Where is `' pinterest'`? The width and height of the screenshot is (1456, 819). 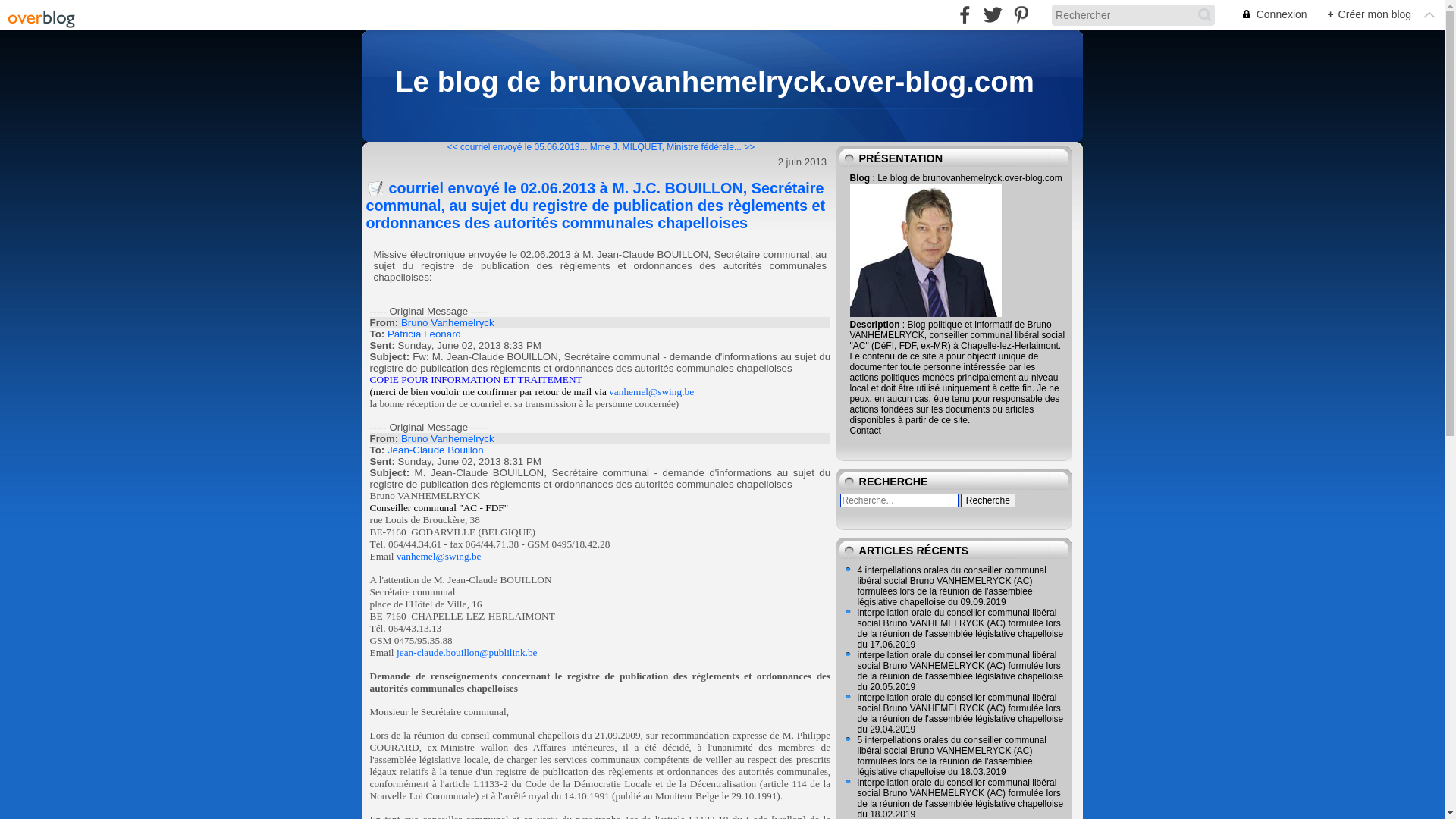 ' pinterest' is located at coordinates (1021, 14).